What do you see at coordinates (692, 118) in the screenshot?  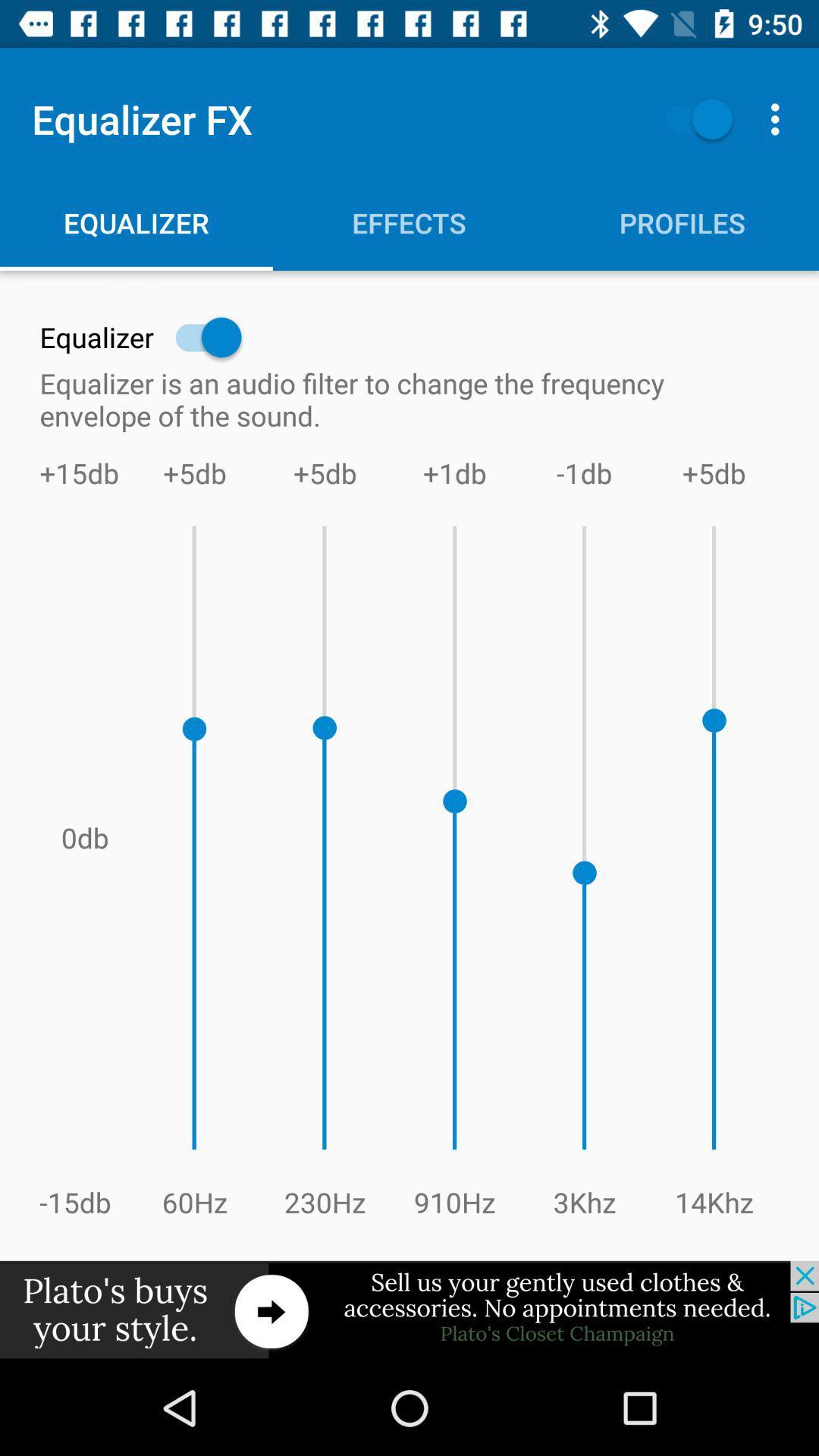 I see `turns off that sound` at bounding box center [692, 118].